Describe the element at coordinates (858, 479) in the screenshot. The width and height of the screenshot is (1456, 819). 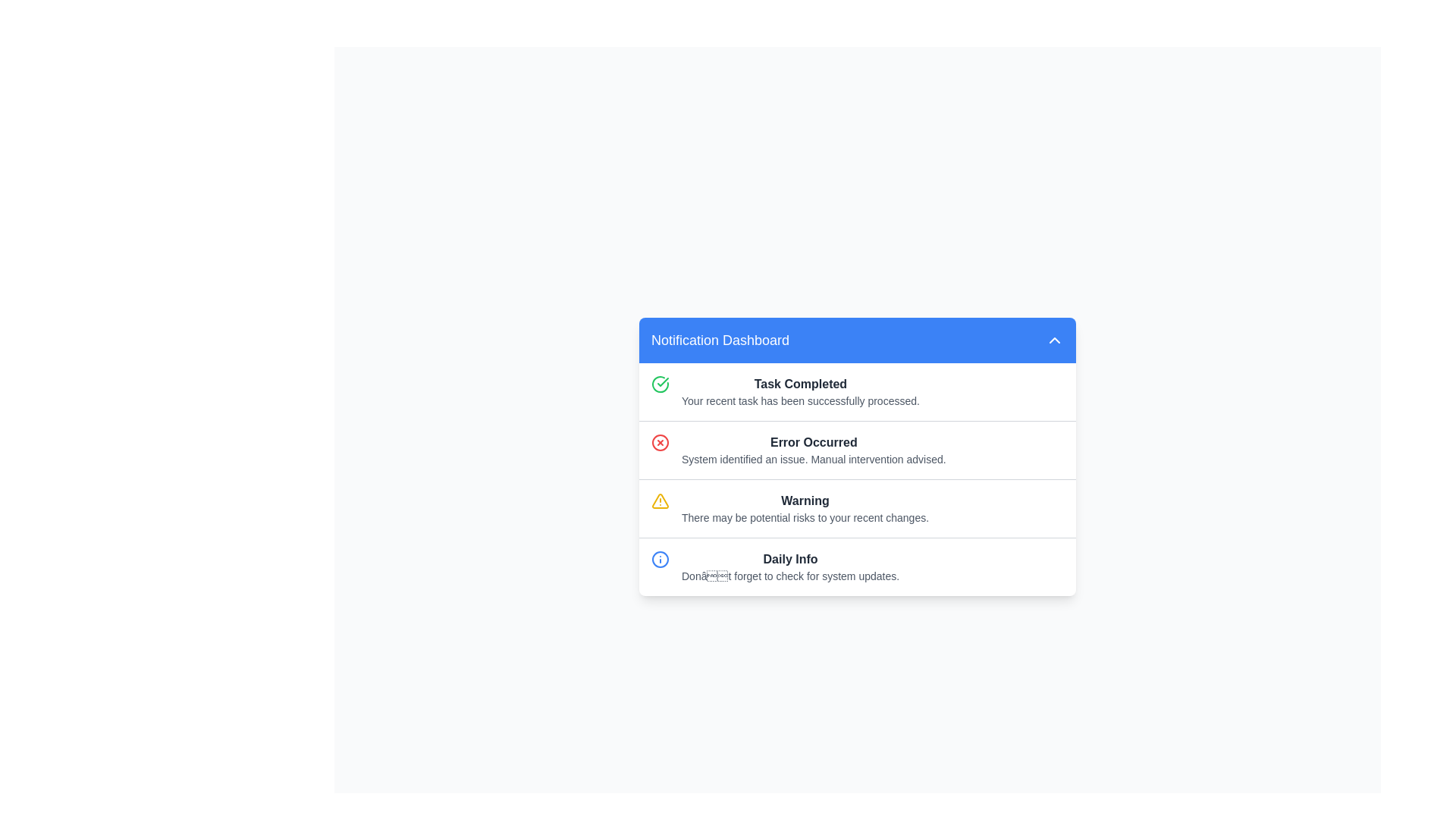
I see `the Notification card group widget located in the Notification Dashboard, which displays multiple notifications with a white background and rounded corners` at that location.